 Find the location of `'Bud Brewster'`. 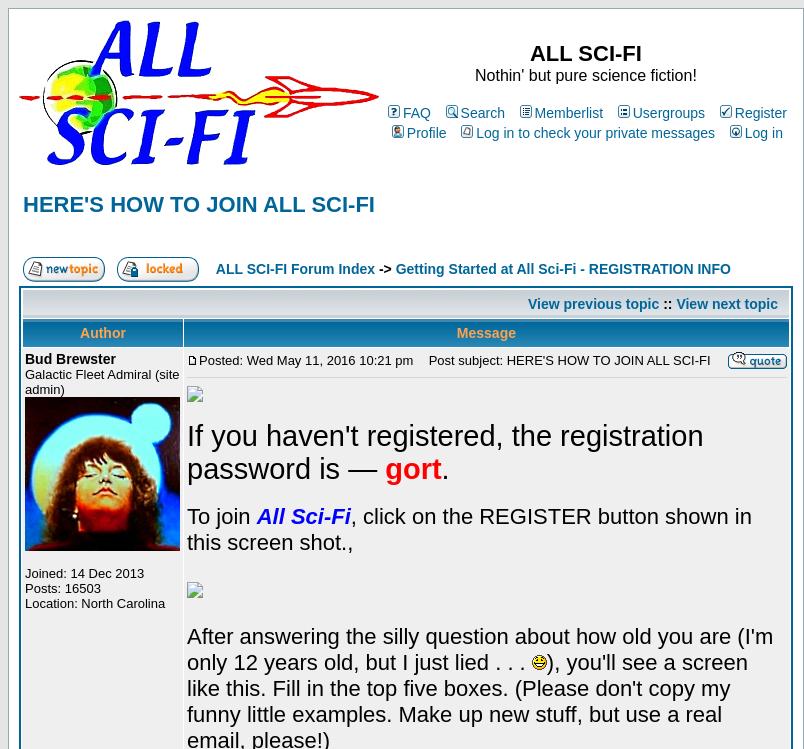

'Bud Brewster' is located at coordinates (69, 358).